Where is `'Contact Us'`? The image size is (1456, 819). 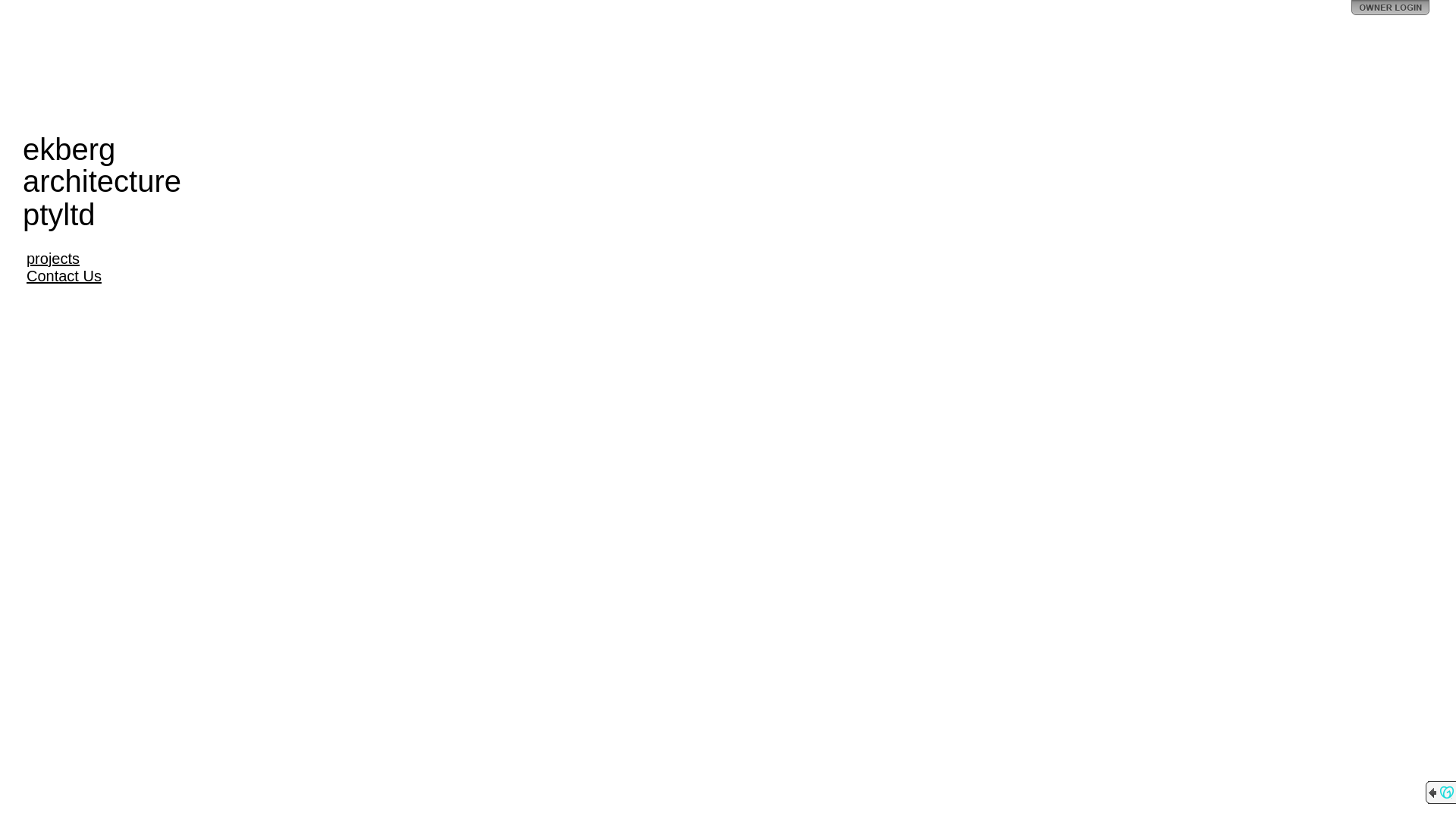
'Contact Us' is located at coordinates (63, 275).